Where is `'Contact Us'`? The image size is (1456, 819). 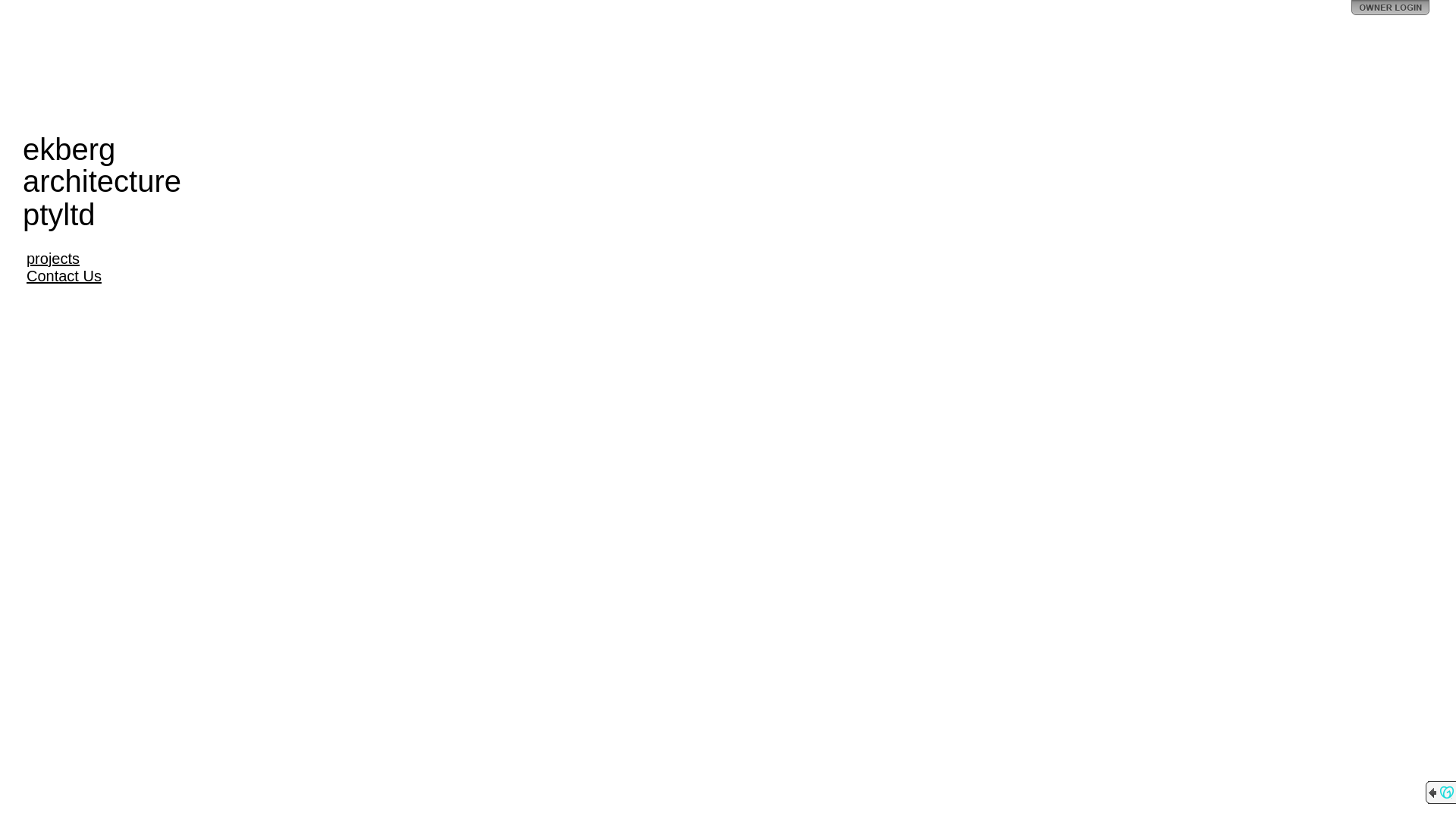
'Contact Us' is located at coordinates (63, 275).